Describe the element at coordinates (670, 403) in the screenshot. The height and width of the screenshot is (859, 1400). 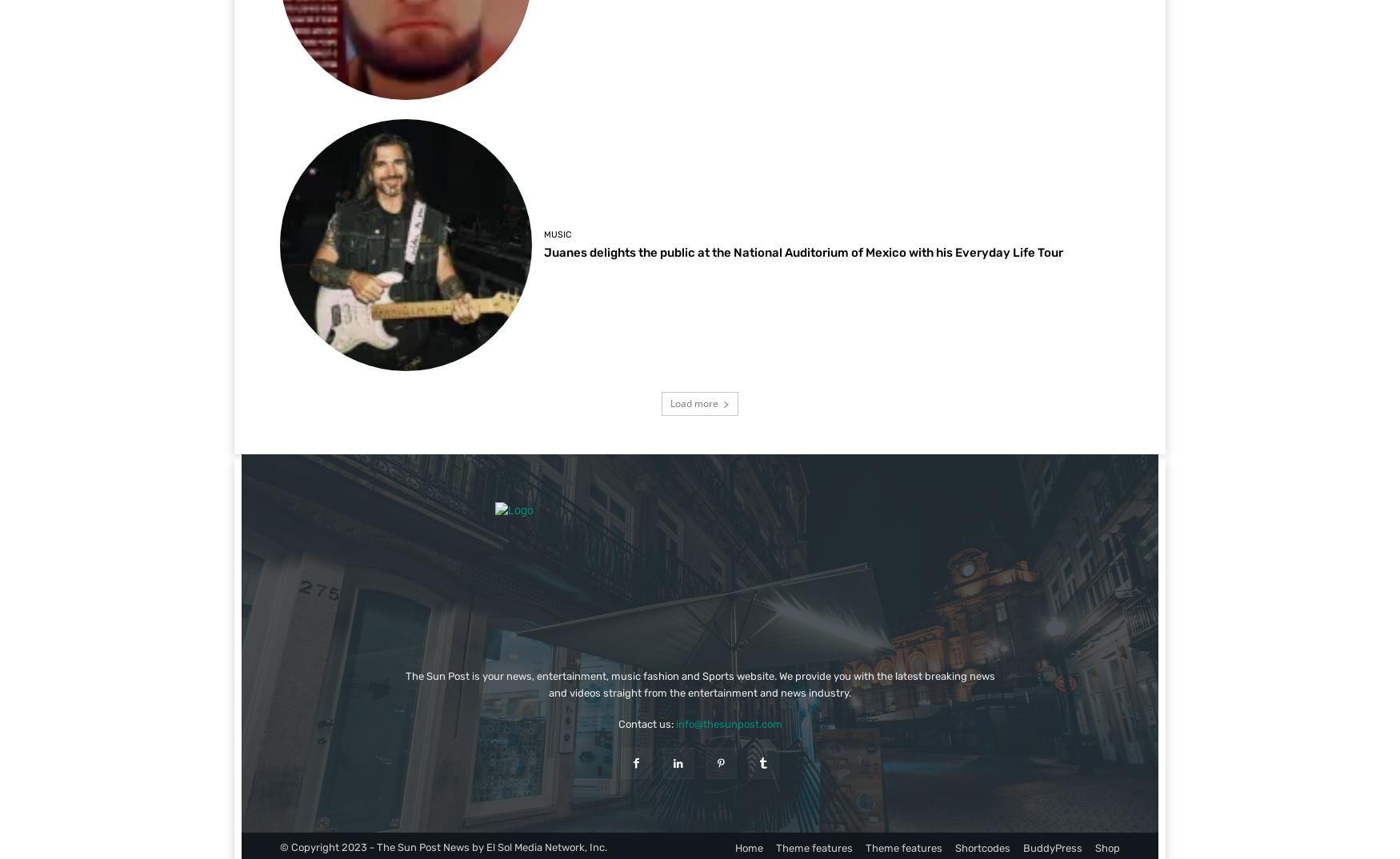
I see `'Load more'` at that location.